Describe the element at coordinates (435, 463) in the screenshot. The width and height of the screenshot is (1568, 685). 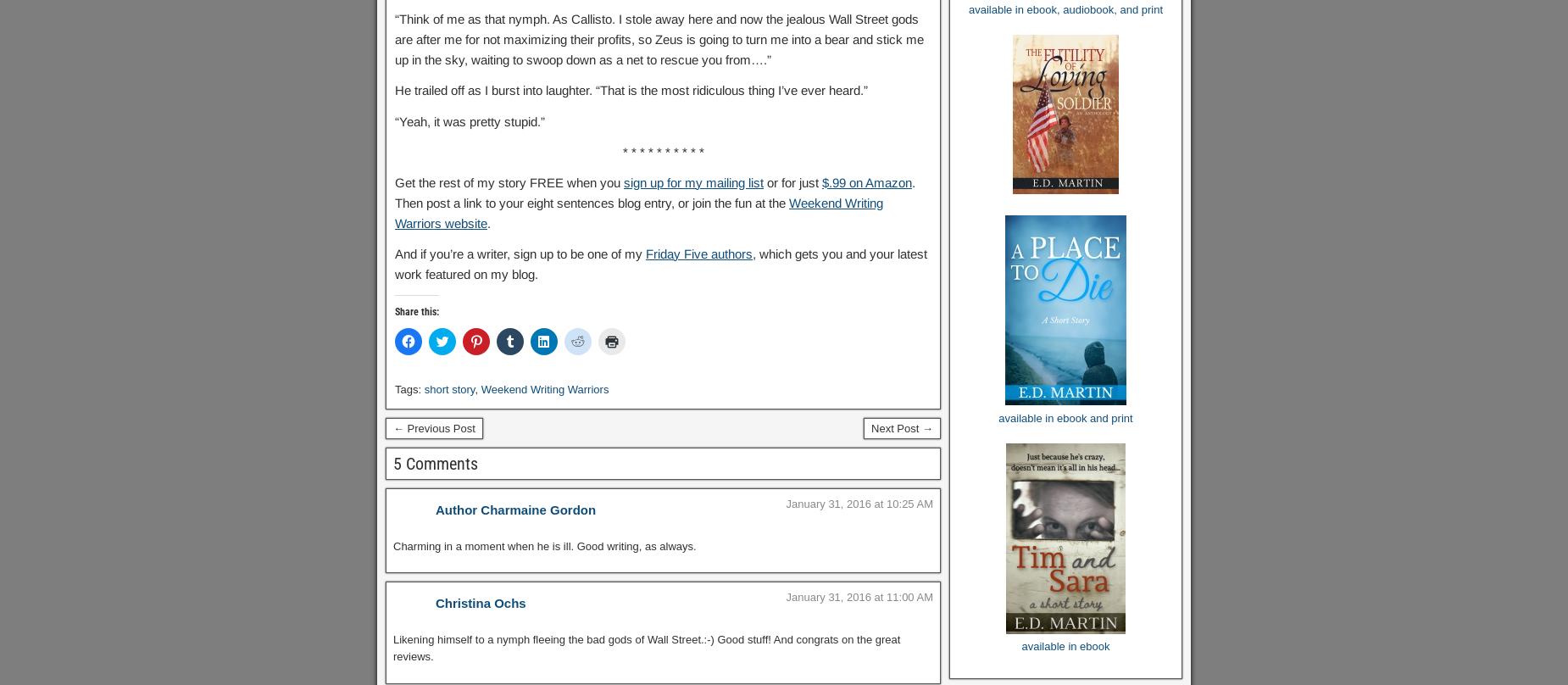
I see `'5 Comments'` at that location.